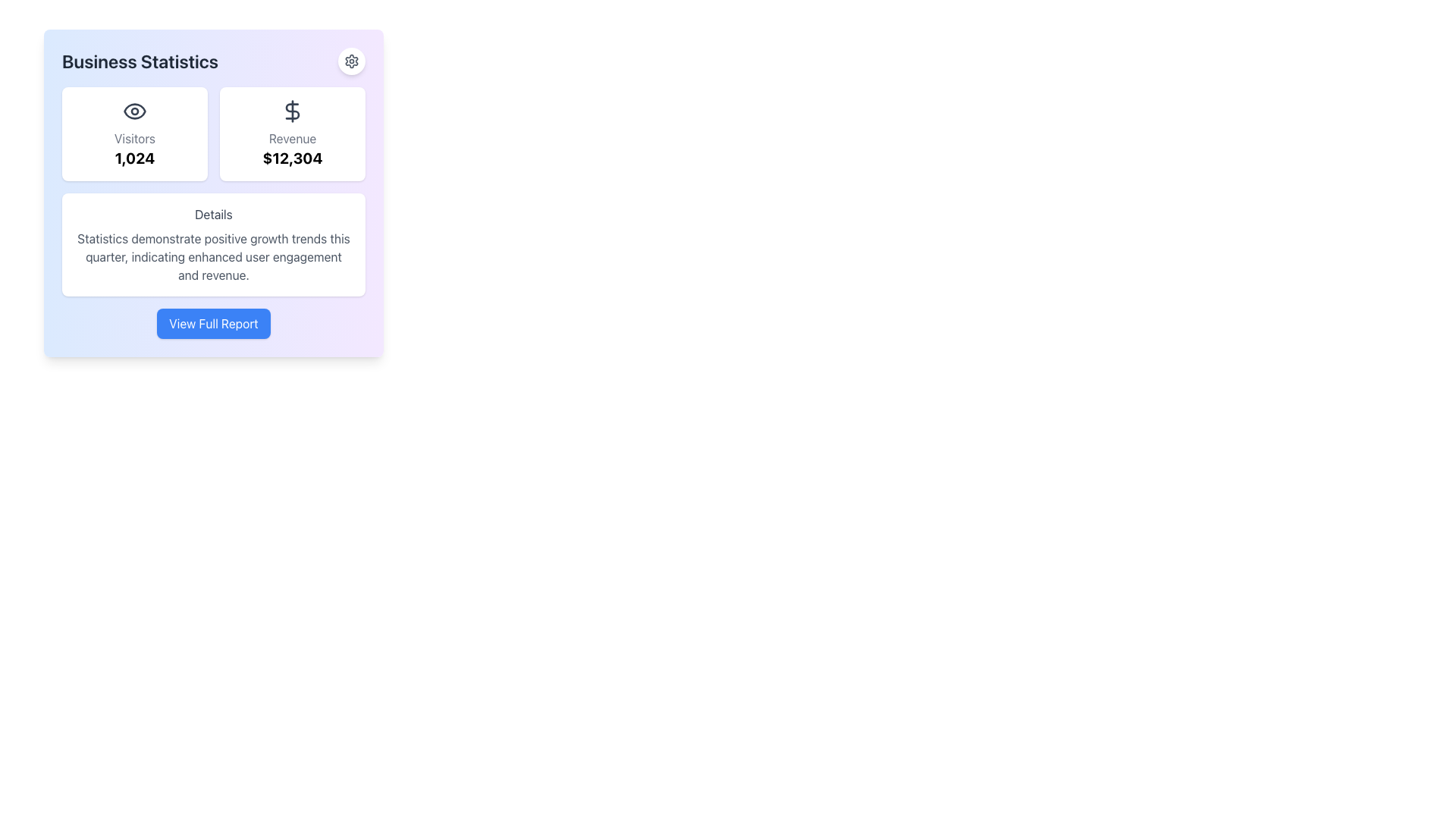 The height and width of the screenshot is (819, 1456). I want to click on the bold, large text label displaying the number '1,024' in black font, which is located beneath the text 'Visitors' in the statistics section, so click(134, 158).